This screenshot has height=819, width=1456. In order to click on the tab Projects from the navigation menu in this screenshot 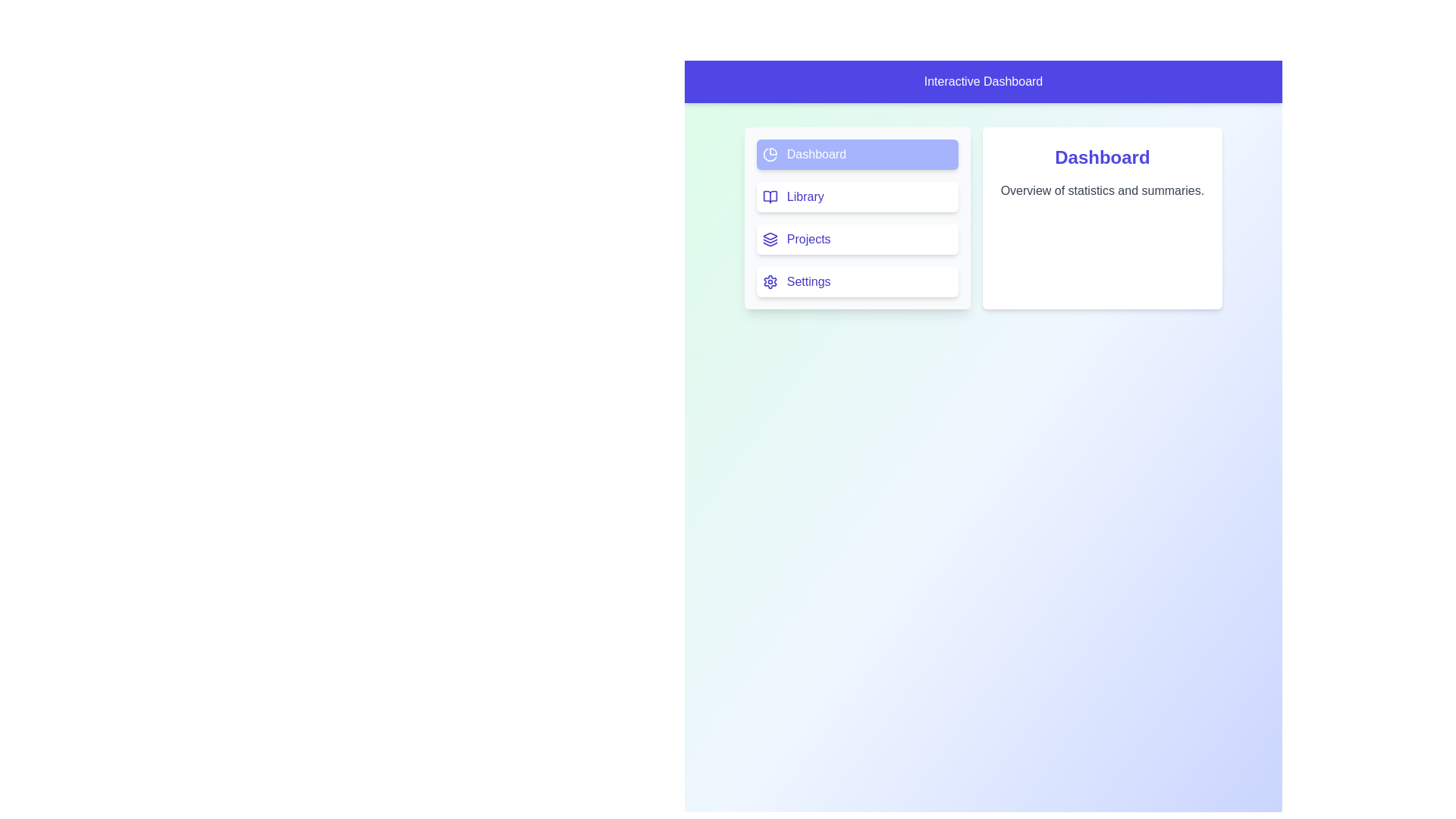, I will do `click(857, 239)`.